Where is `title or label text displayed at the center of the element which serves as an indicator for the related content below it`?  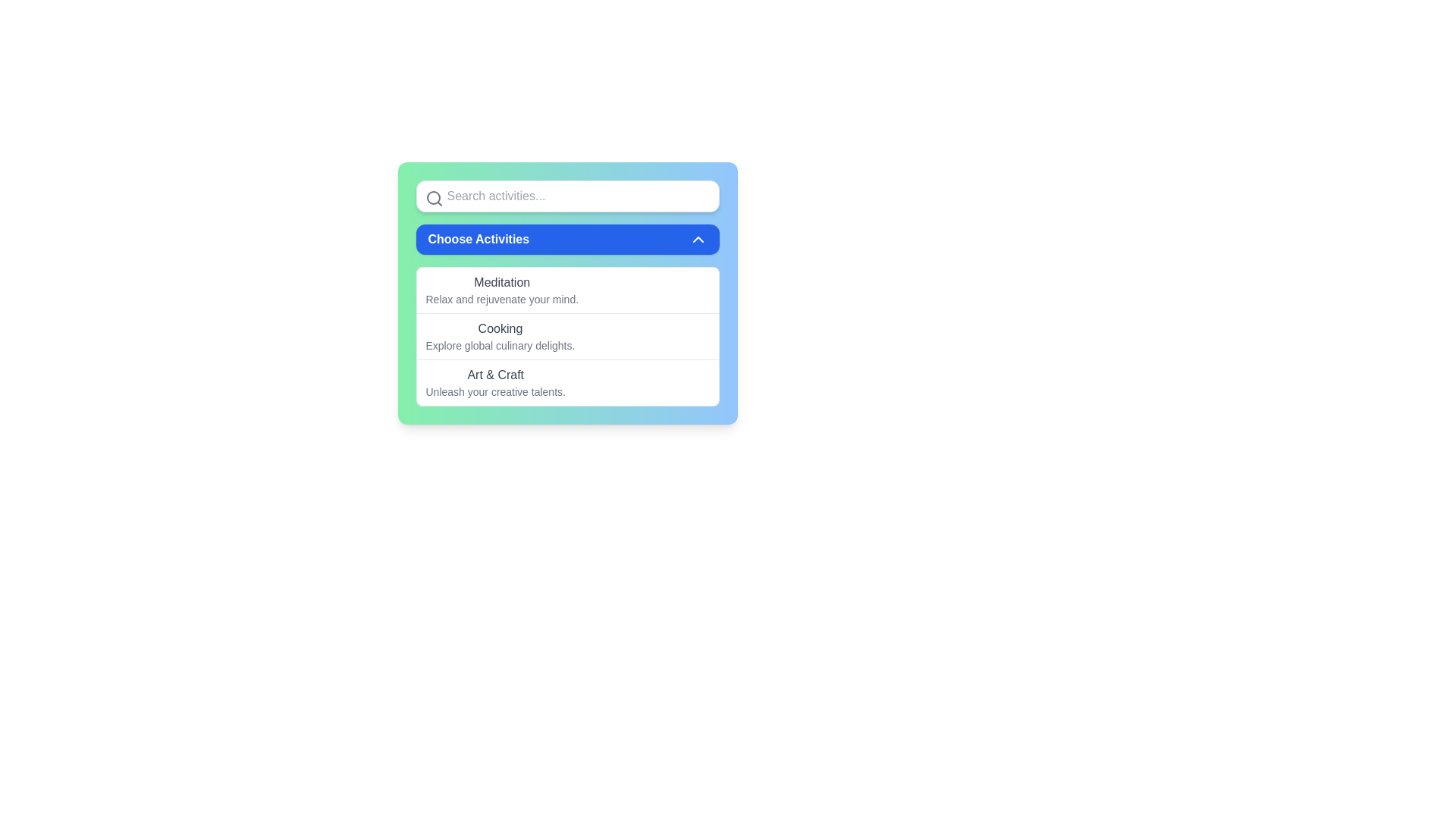
title or label text displayed at the center of the element which serves as an indicator for the related content below it is located at coordinates (500, 328).